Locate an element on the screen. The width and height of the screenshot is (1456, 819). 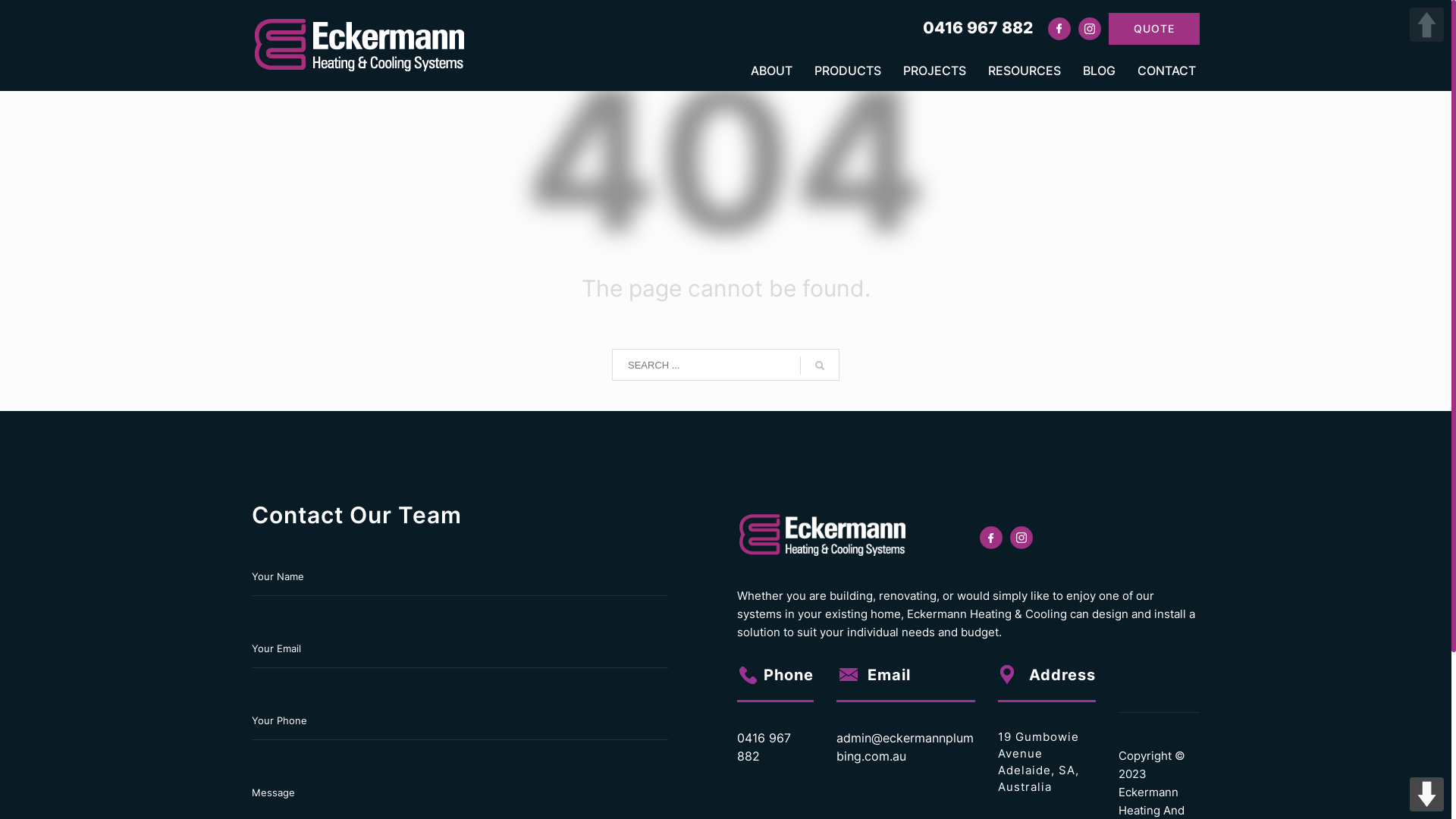
'UP' is located at coordinates (1426, 24).